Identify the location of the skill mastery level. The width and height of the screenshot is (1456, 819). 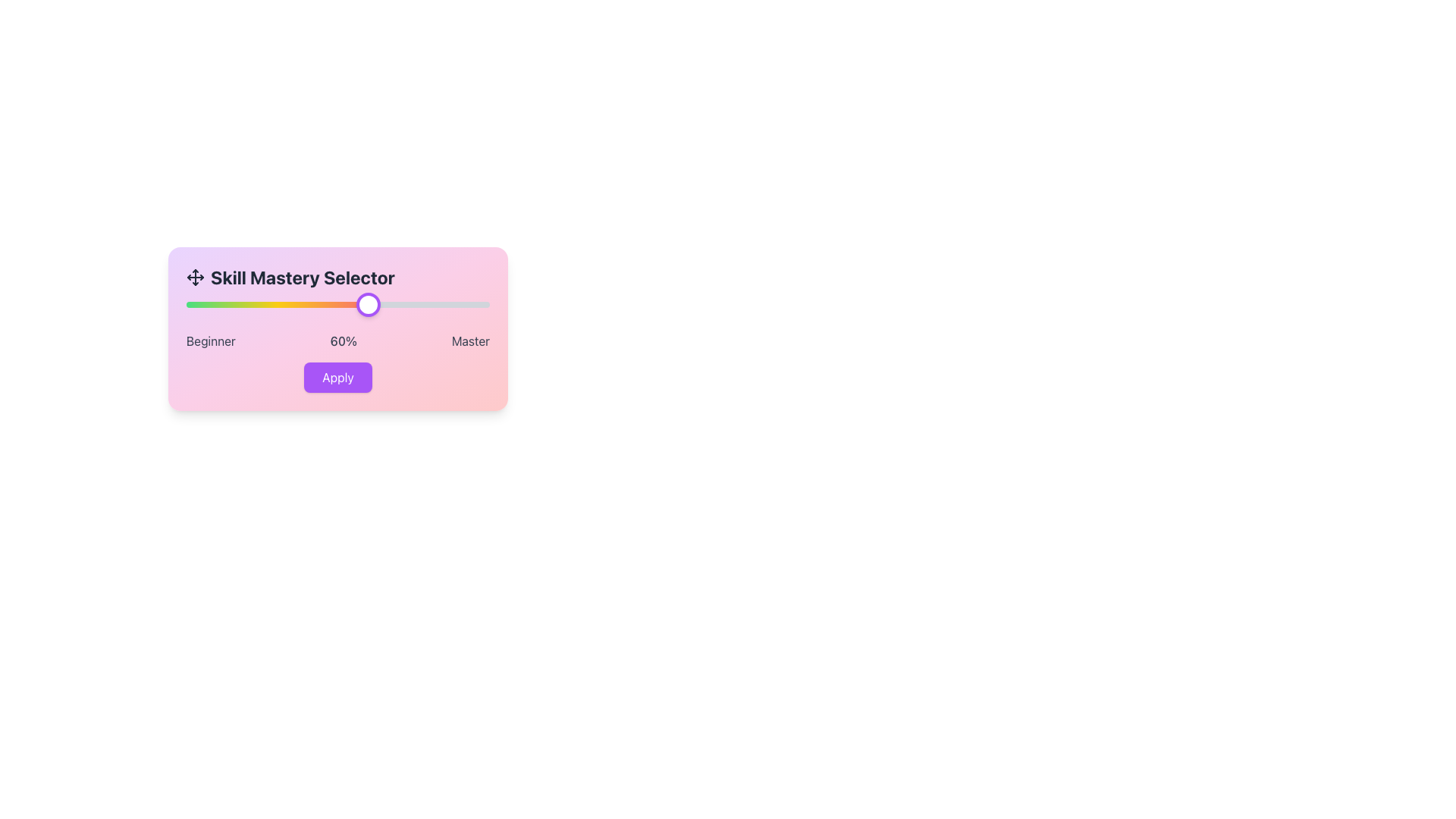
(198, 304).